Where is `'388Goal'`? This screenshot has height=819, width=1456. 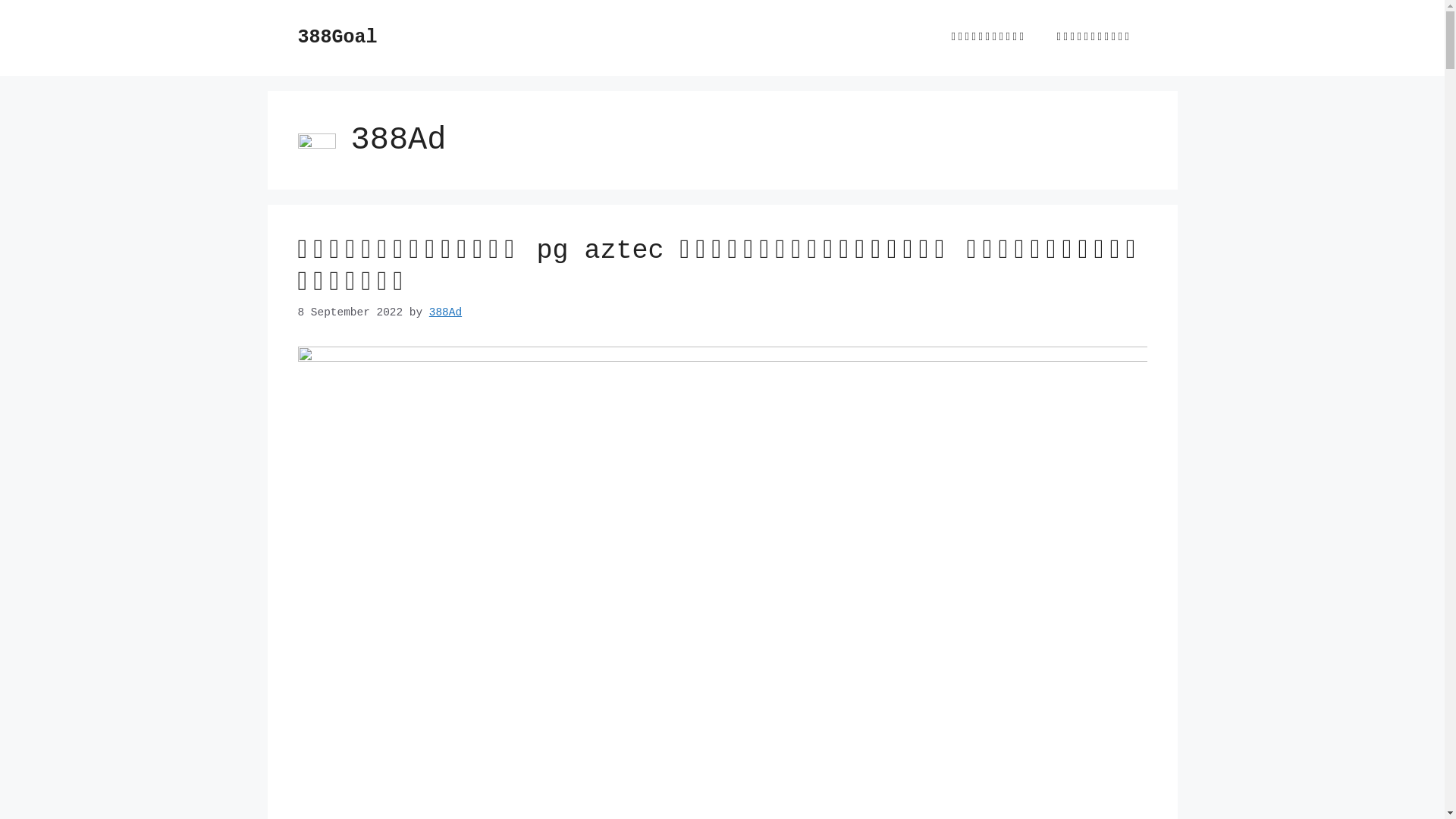
'388Goal' is located at coordinates (336, 36).